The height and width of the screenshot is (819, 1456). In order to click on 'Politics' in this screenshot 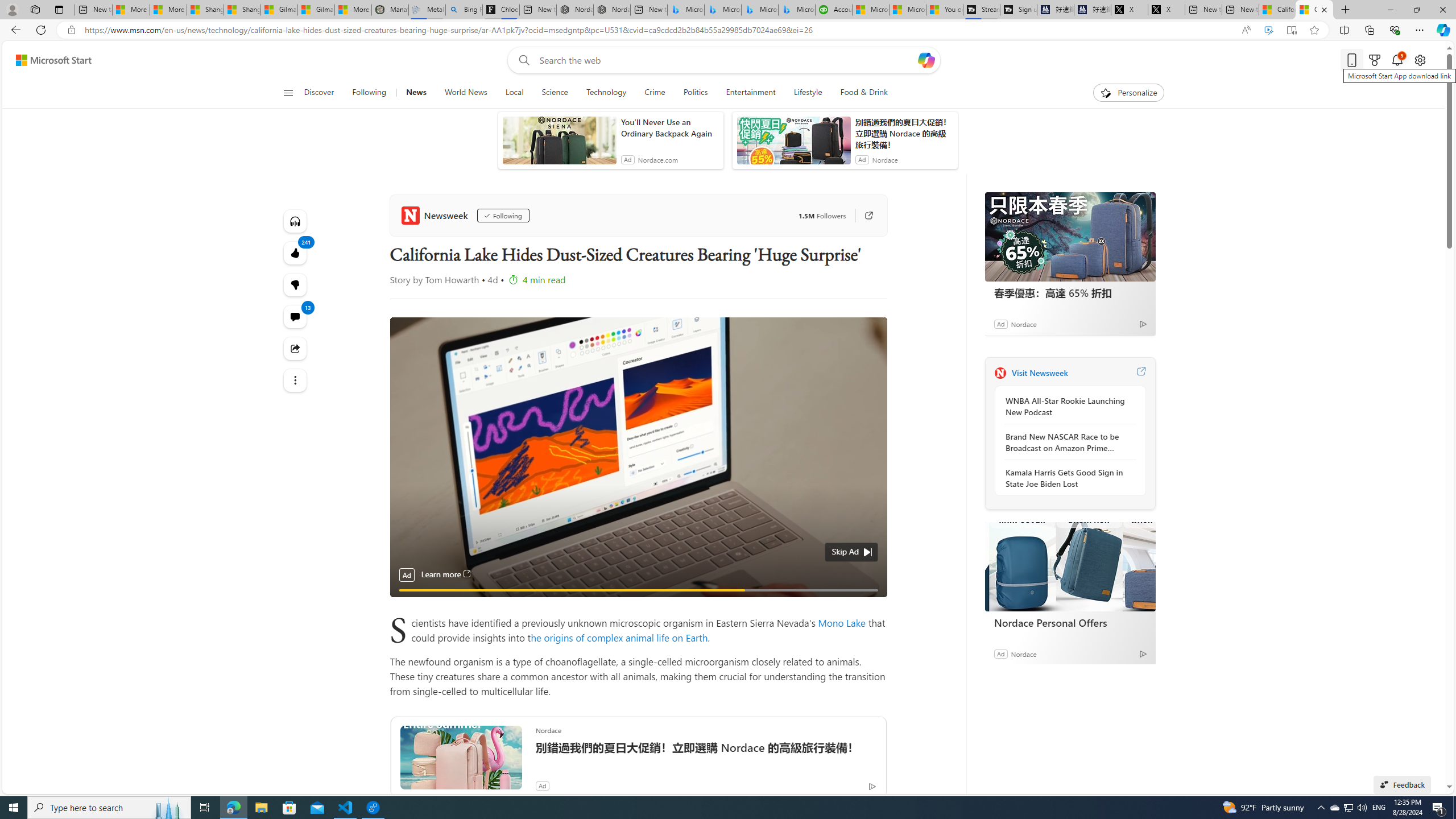, I will do `click(695, 92)`.